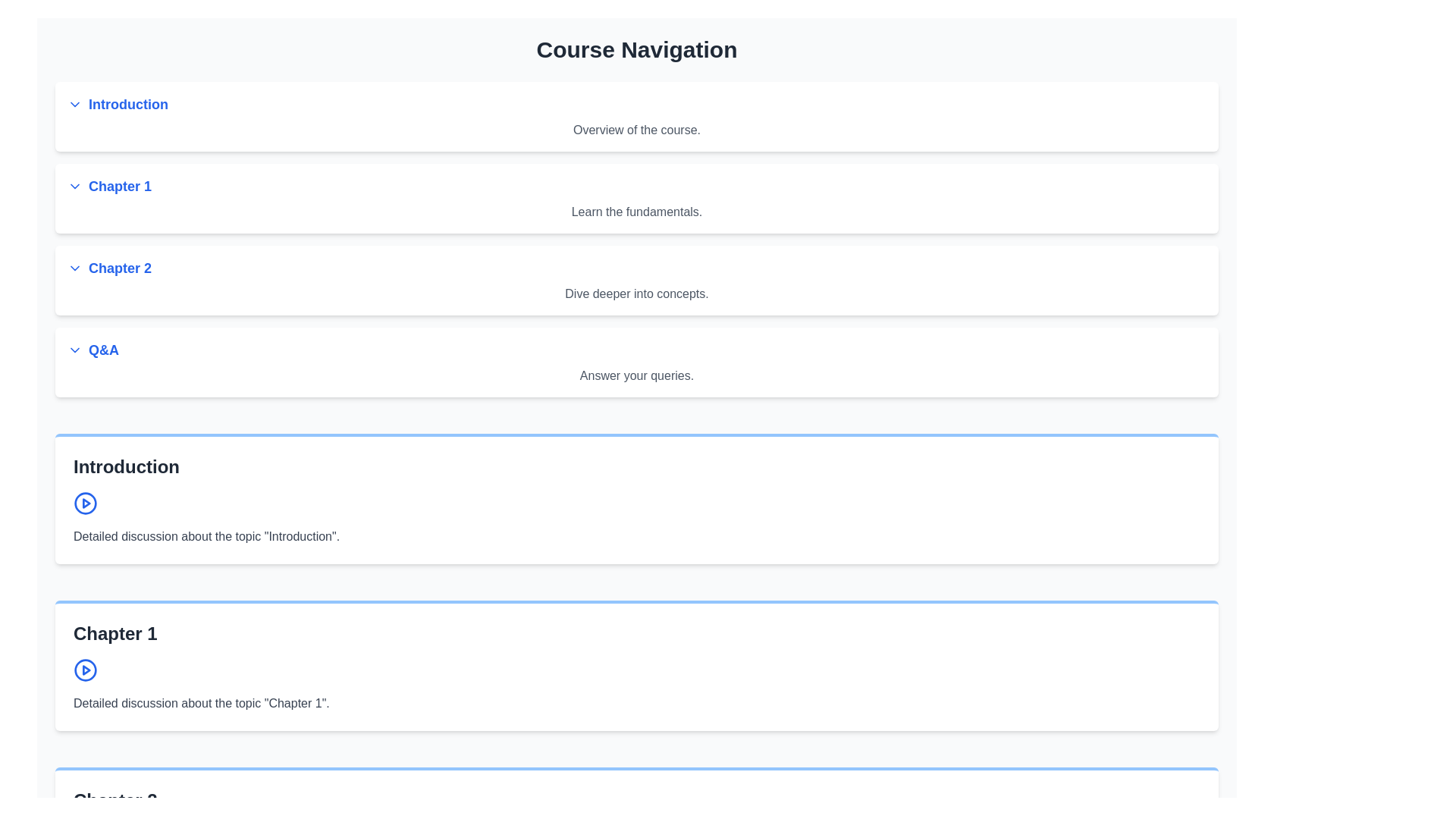 The height and width of the screenshot is (819, 1456). I want to click on text heading that serves as the title for the 'Chapter 2' section, located at the top of the section above the play button and descriptive text, so click(115, 800).